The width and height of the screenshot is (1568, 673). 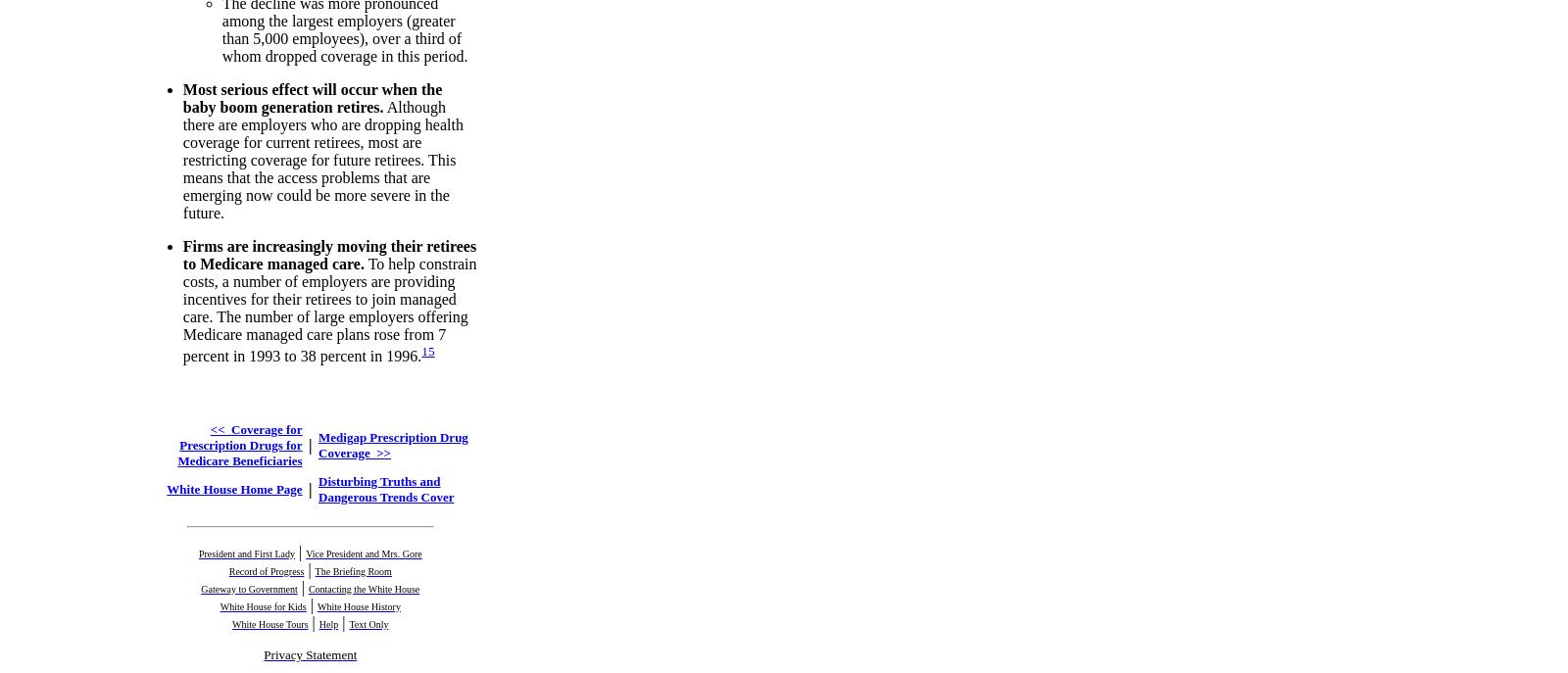 I want to click on 'Privacy Statement', so click(x=310, y=652).